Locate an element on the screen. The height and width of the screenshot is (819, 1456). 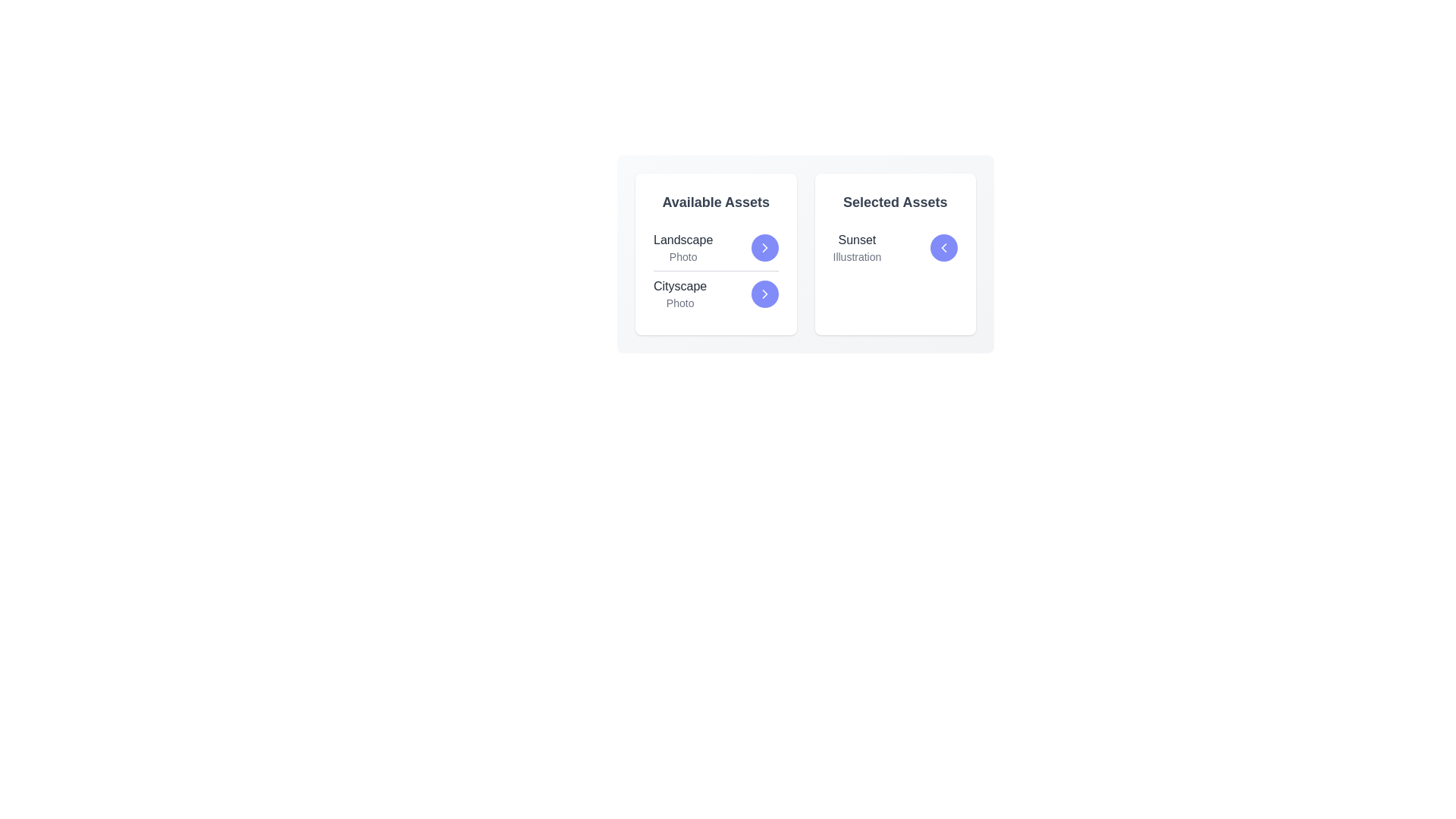
right arrow button next to the asset named Cityscape in the 'Available Assets' section to move it to 'Selected Assets' is located at coordinates (764, 294).